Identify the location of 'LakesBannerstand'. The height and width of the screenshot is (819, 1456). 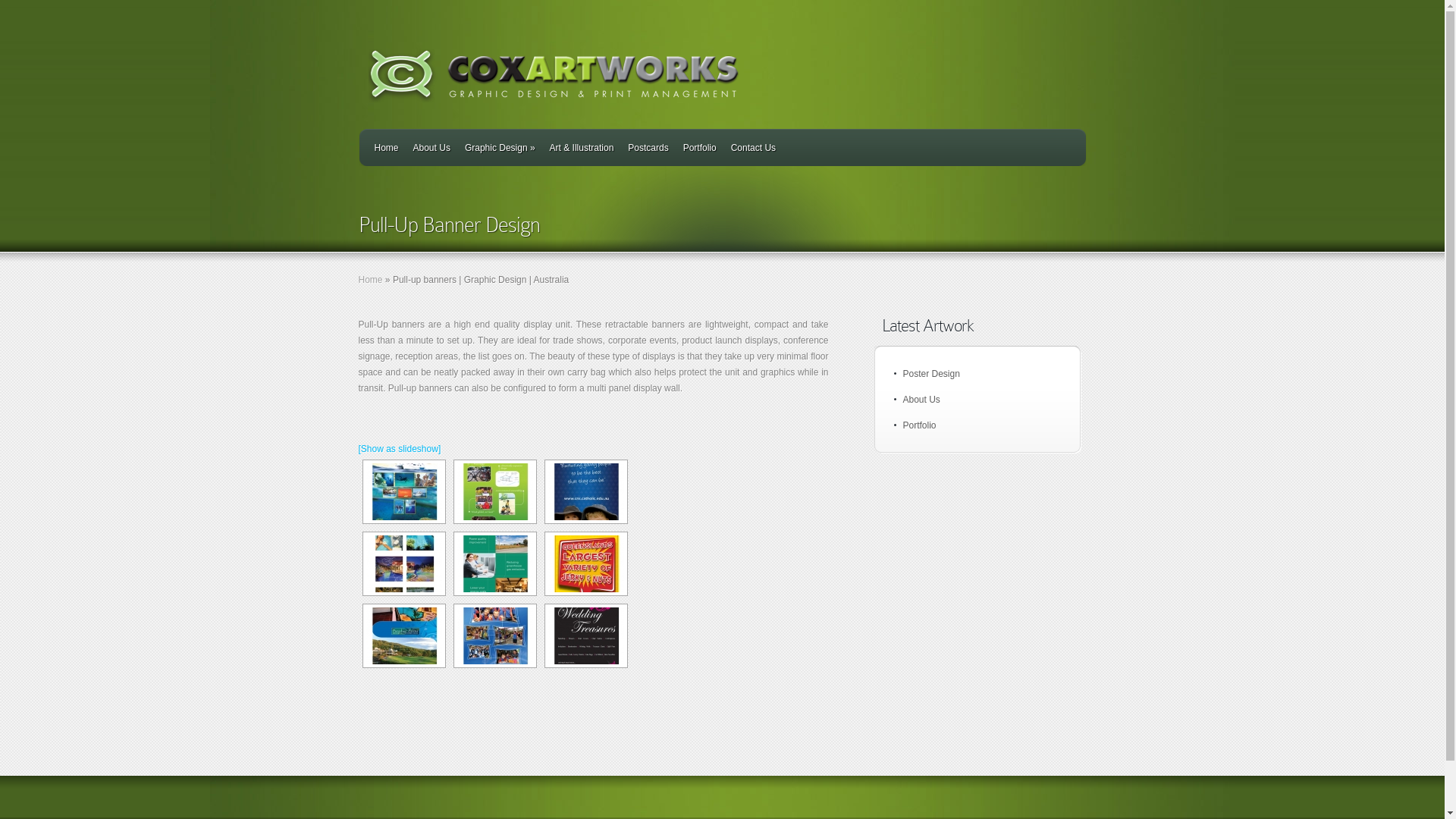
(403, 635).